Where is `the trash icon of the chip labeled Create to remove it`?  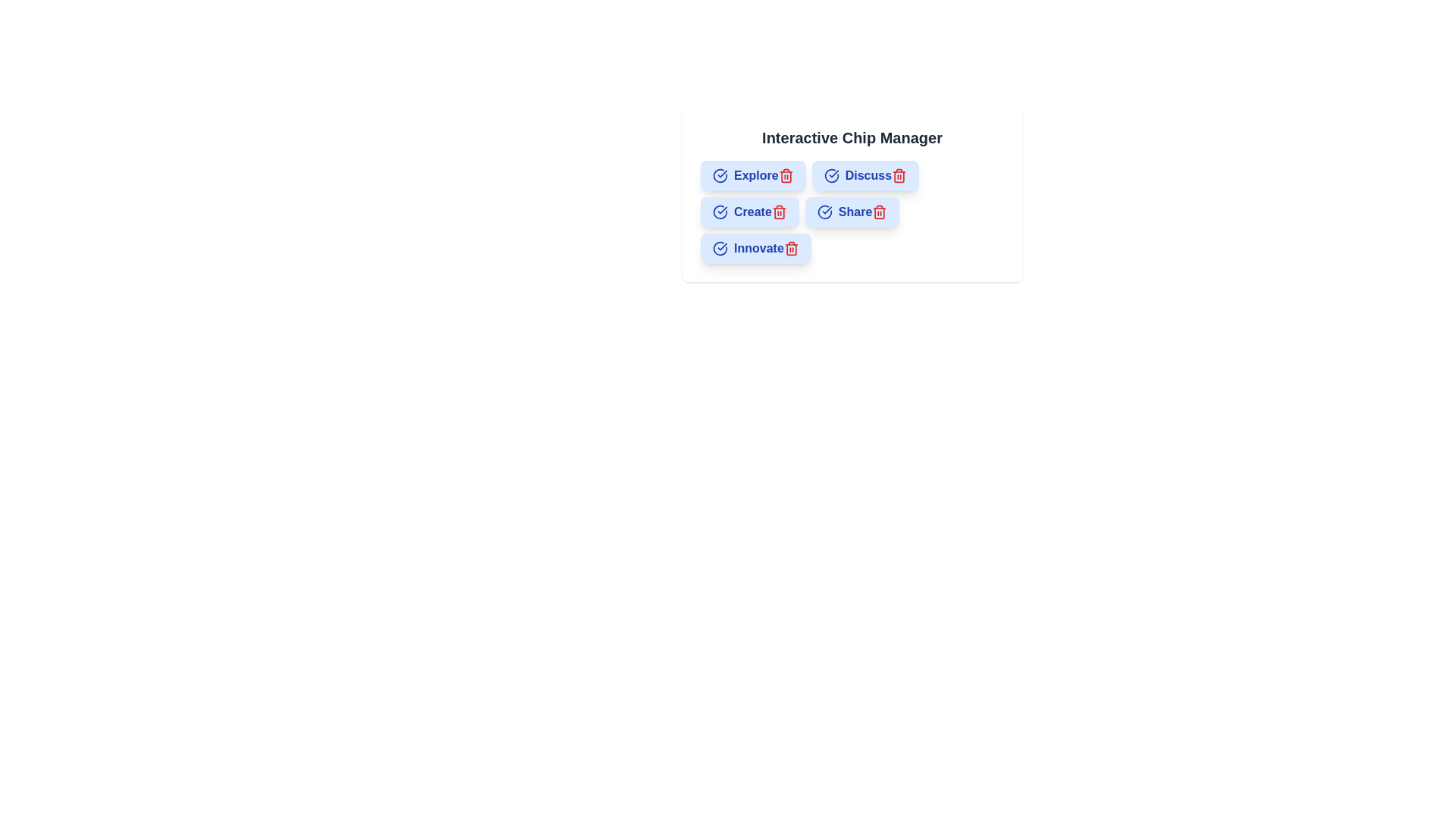 the trash icon of the chip labeled Create to remove it is located at coordinates (779, 212).